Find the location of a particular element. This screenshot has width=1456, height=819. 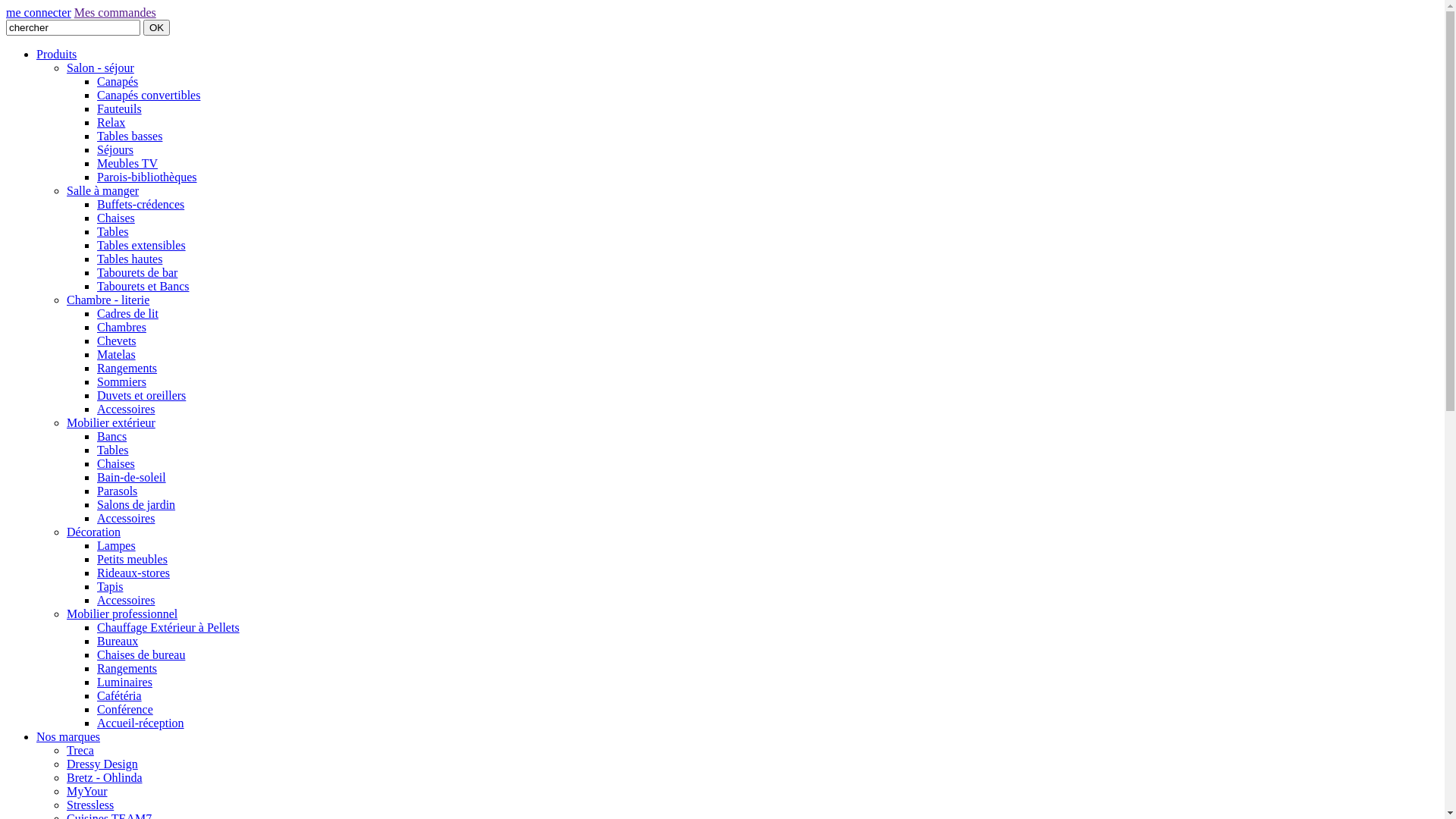

'Dressy Design' is located at coordinates (101, 764).